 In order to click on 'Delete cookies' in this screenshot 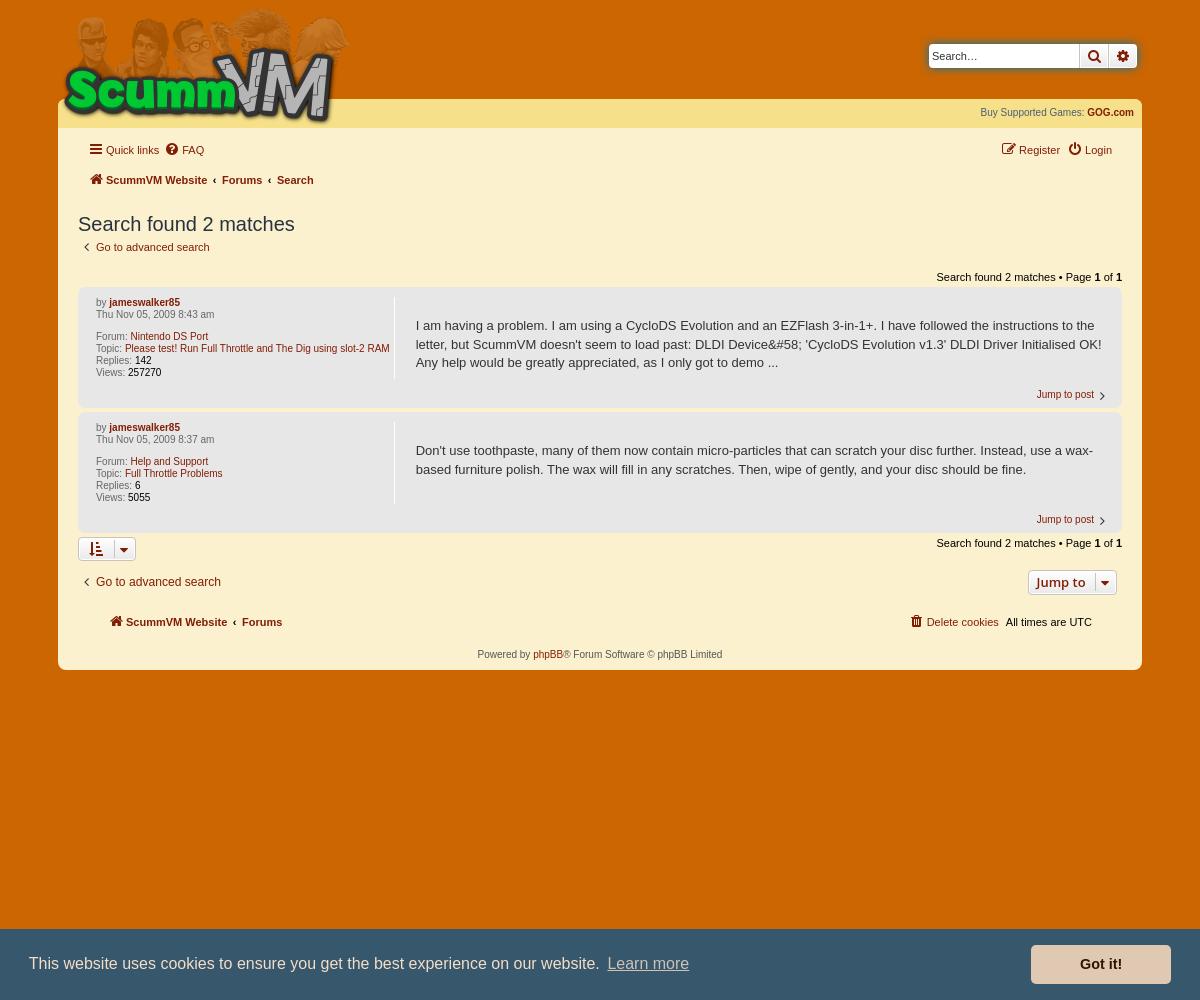, I will do `click(962, 620)`.